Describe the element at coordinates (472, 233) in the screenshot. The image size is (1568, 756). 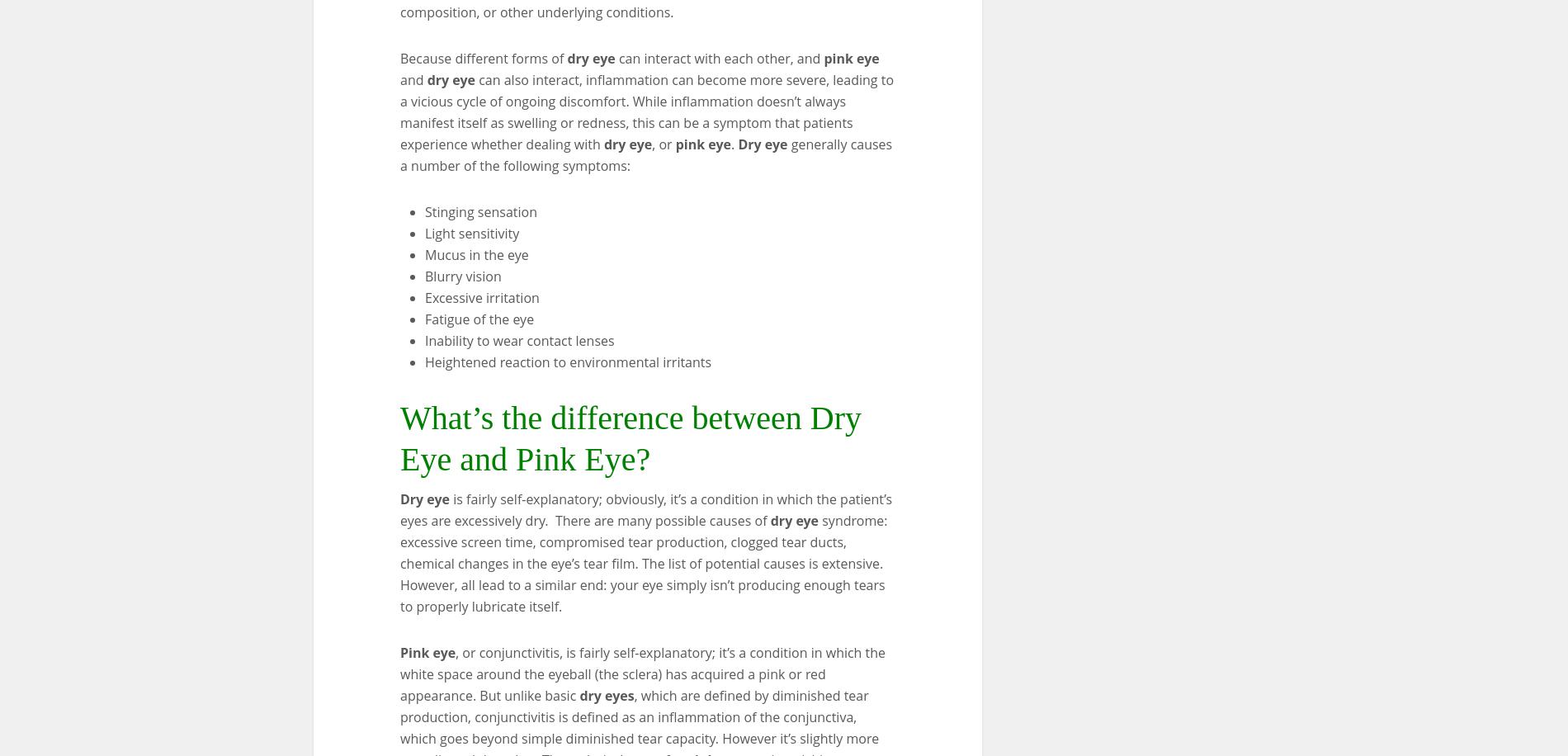
I see `'Light sensitivity'` at that location.